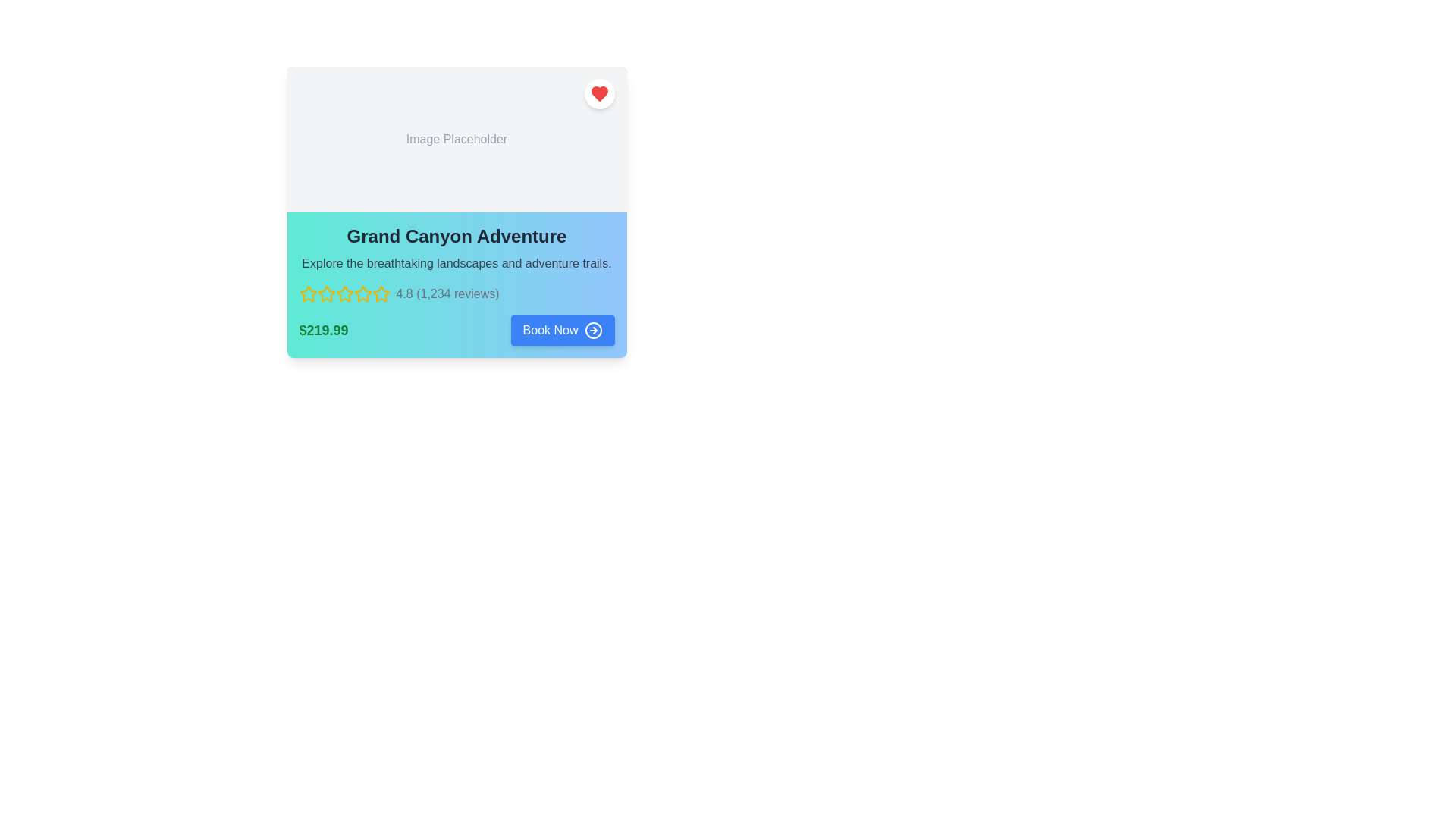 This screenshot has height=819, width=1456. Describe the element at coordinates (456, 140) in the screenshot. I see `the text label that serves as a placeholder for an image within the light-gray rectangular box at the upper region of the card layout, located above the 'Grand Canyon Adventure' title and description text area` at that location.